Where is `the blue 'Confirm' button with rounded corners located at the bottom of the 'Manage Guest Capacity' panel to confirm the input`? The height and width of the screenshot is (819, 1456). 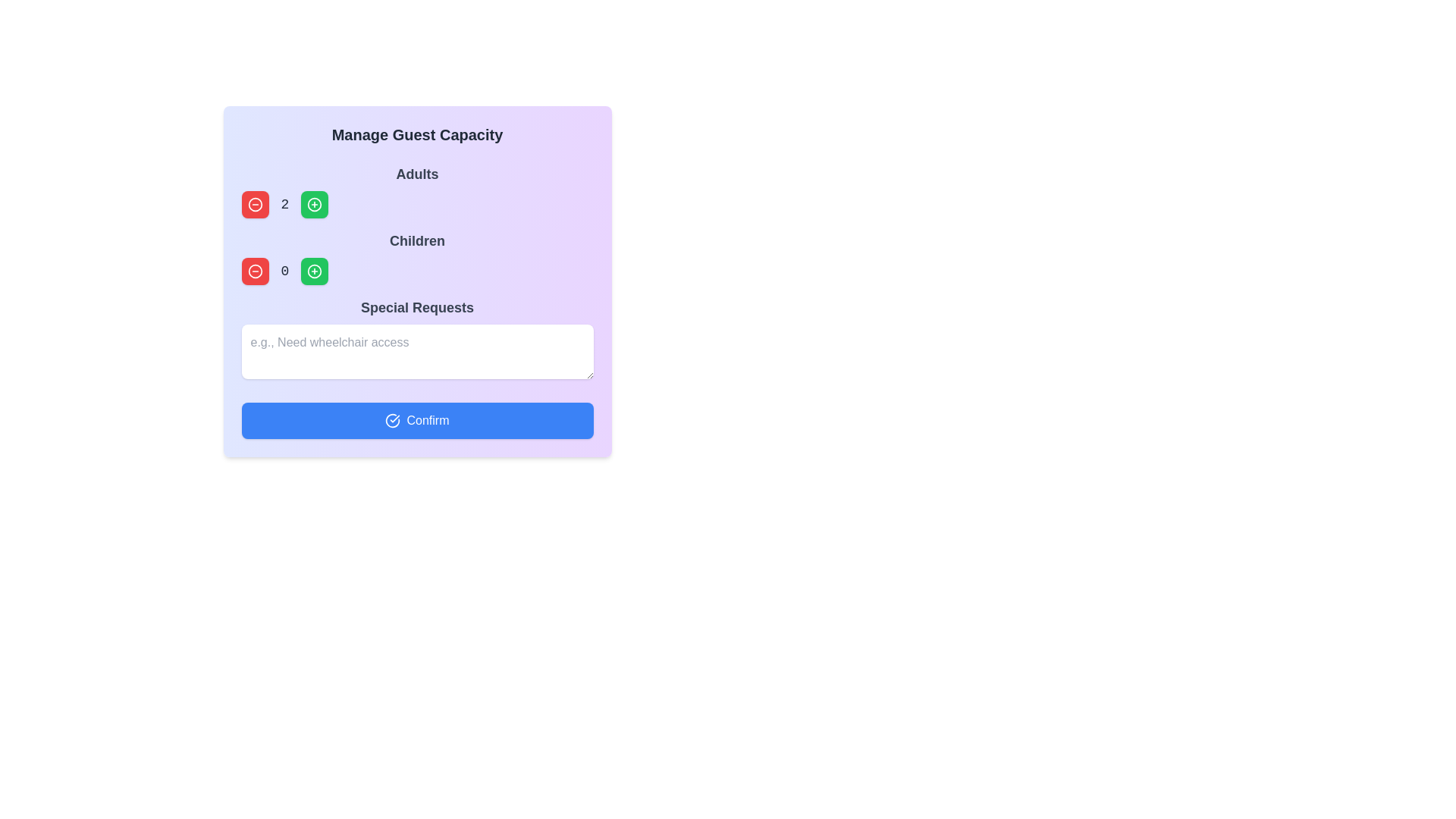 the blue 'Confirm' button with rounded corners located at the bottom of the 'Manage Guest Capacity' panel to confirm the input is located at coordinates (417, 421).